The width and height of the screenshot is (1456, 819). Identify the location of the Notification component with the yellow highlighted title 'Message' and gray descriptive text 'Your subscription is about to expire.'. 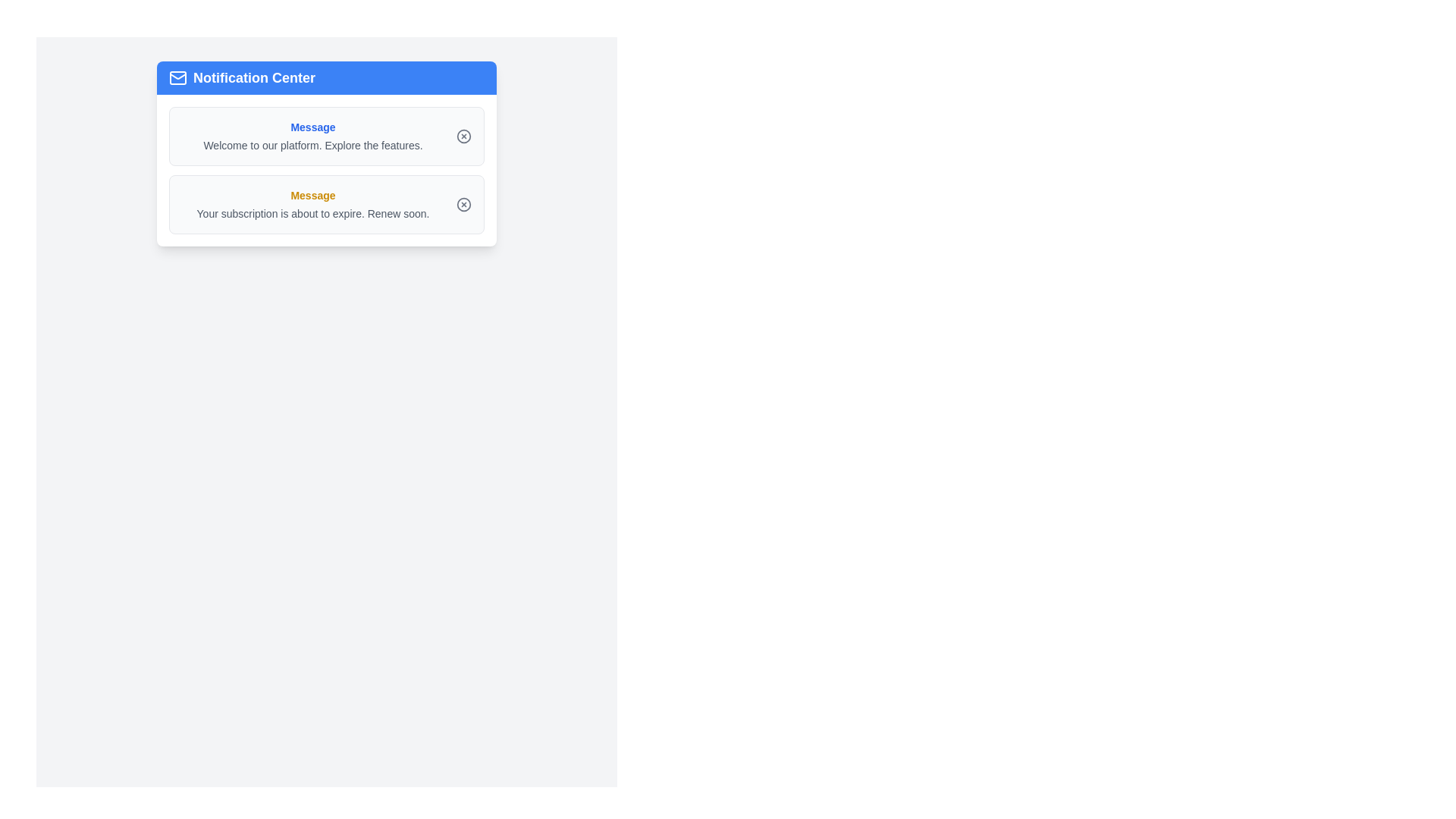
(326, 205).